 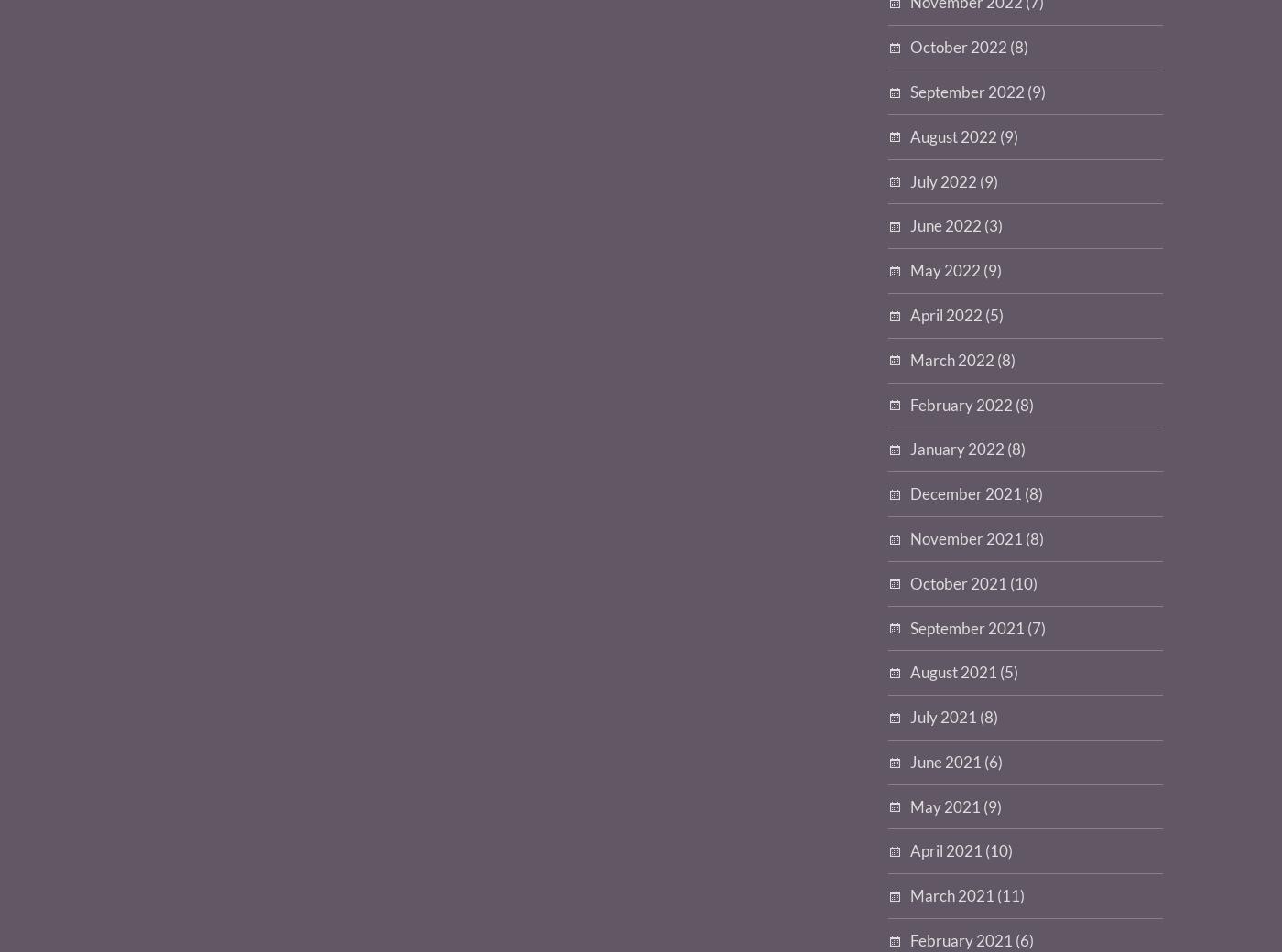 I want to click on 'March 2021', so click(x=952, y=895).